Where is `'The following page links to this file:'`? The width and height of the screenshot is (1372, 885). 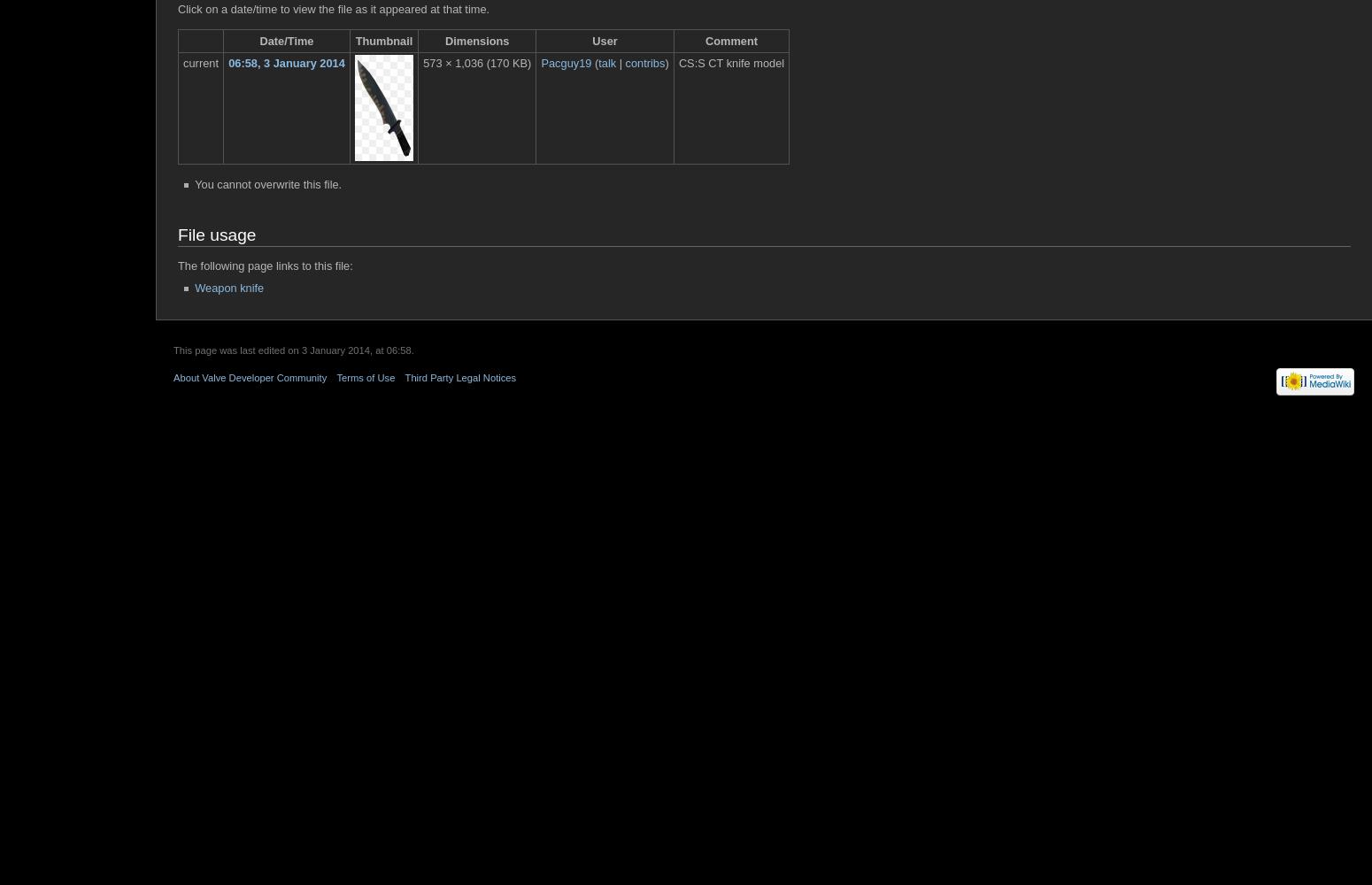
'The following page links to this file:' is located at coordinates (265, 265).